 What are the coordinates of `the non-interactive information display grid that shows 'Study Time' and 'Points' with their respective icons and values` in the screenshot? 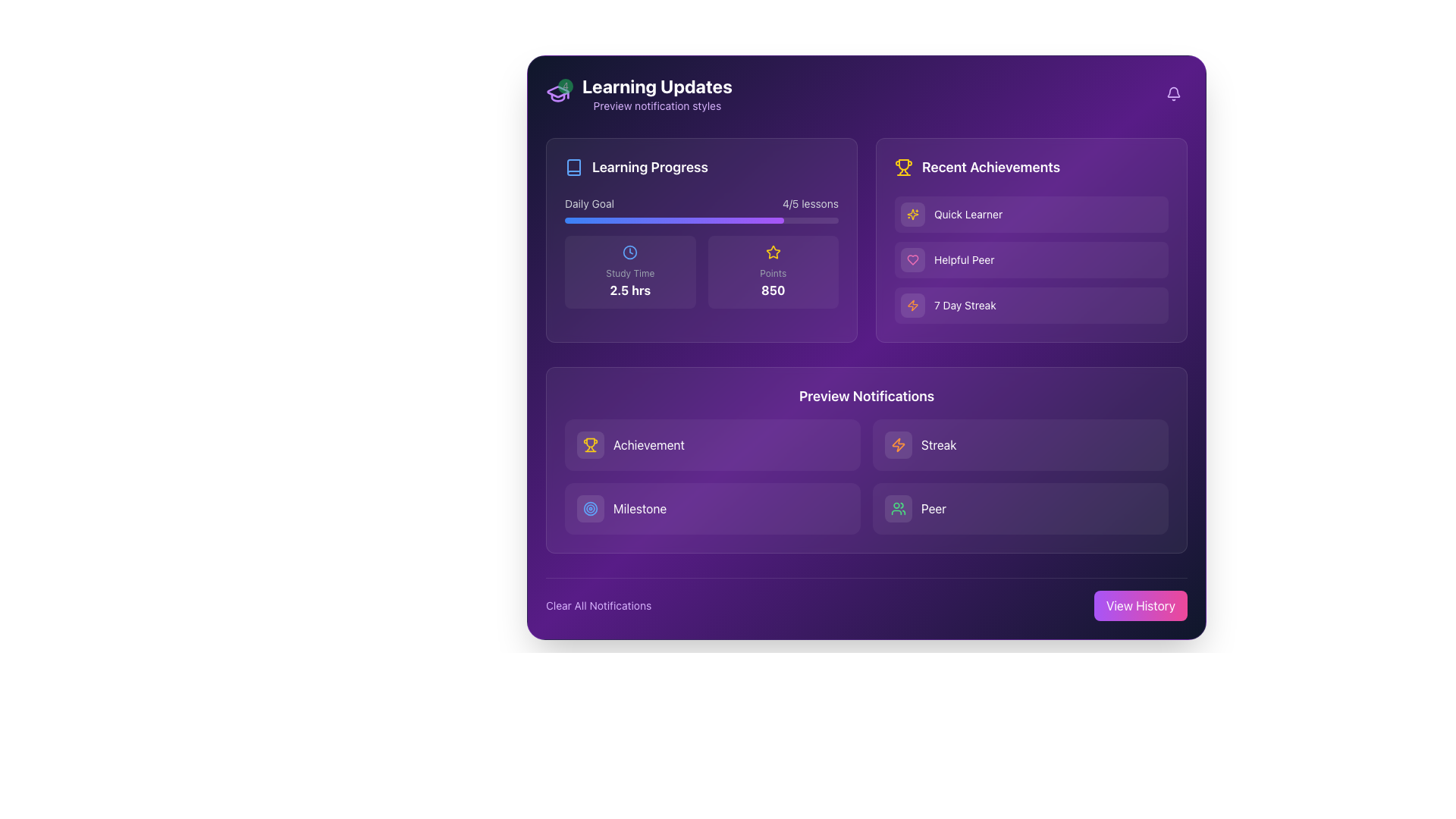 It's located at (701, 271).